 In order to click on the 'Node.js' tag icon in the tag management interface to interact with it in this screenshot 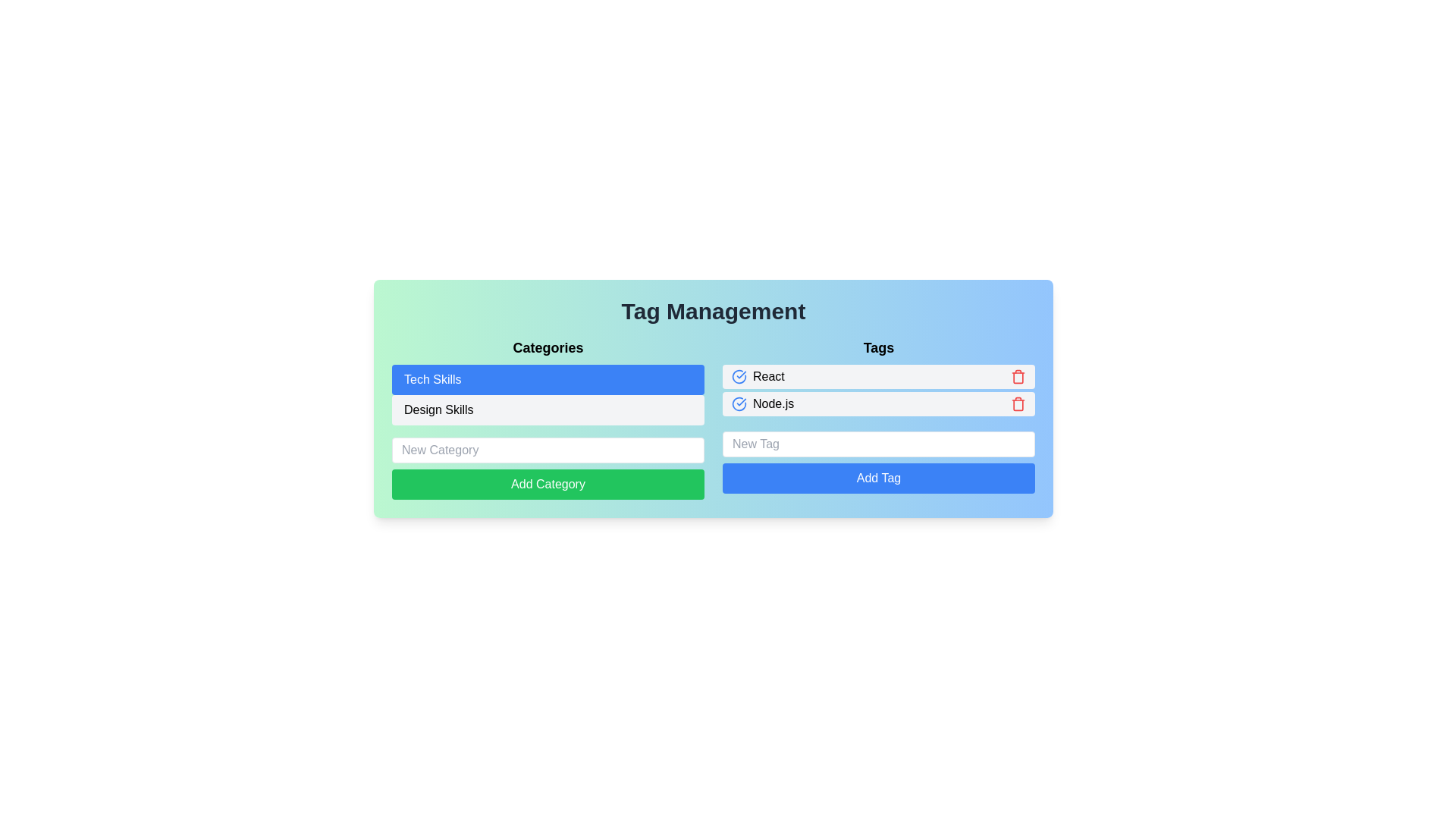, I will do `click(763, 403)`.